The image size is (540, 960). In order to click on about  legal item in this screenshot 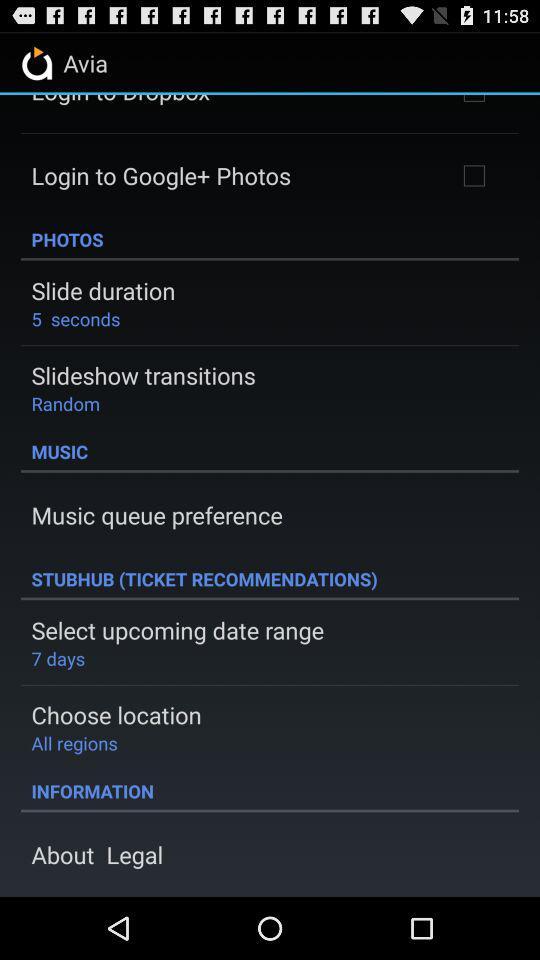, I will do `click(96, 853)`.